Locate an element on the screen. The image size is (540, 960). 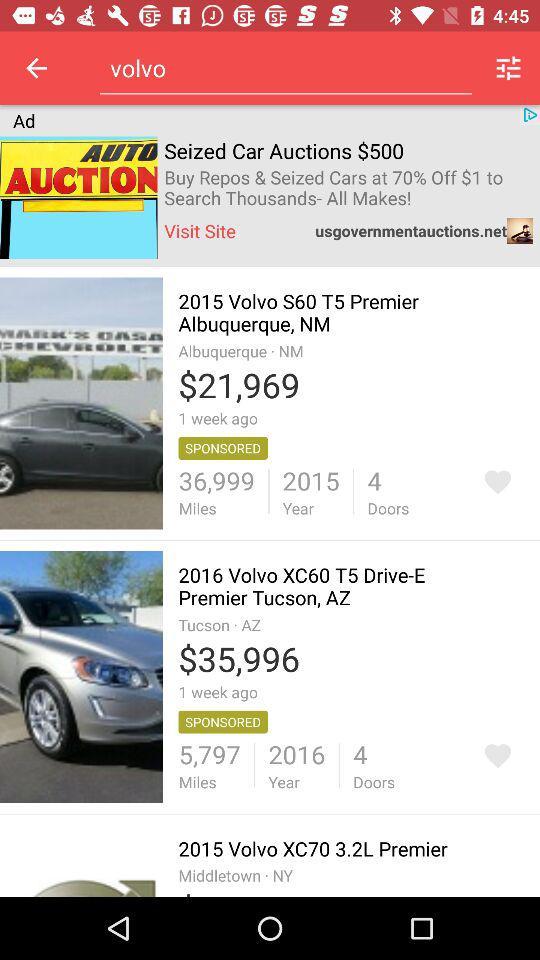
the advertisement is located at coordinates (496, 755).